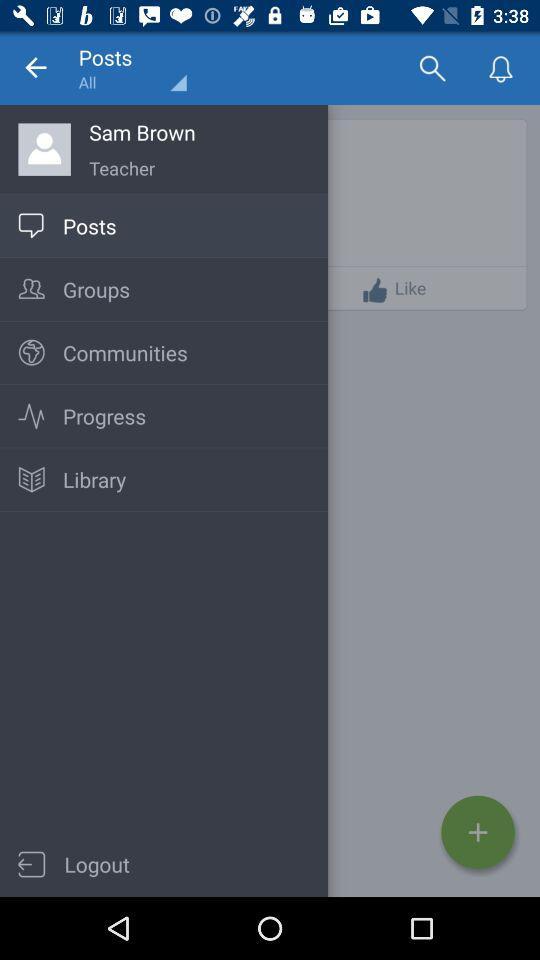 The image size is (540, 960). I want to click on posts, so click(133, 67).